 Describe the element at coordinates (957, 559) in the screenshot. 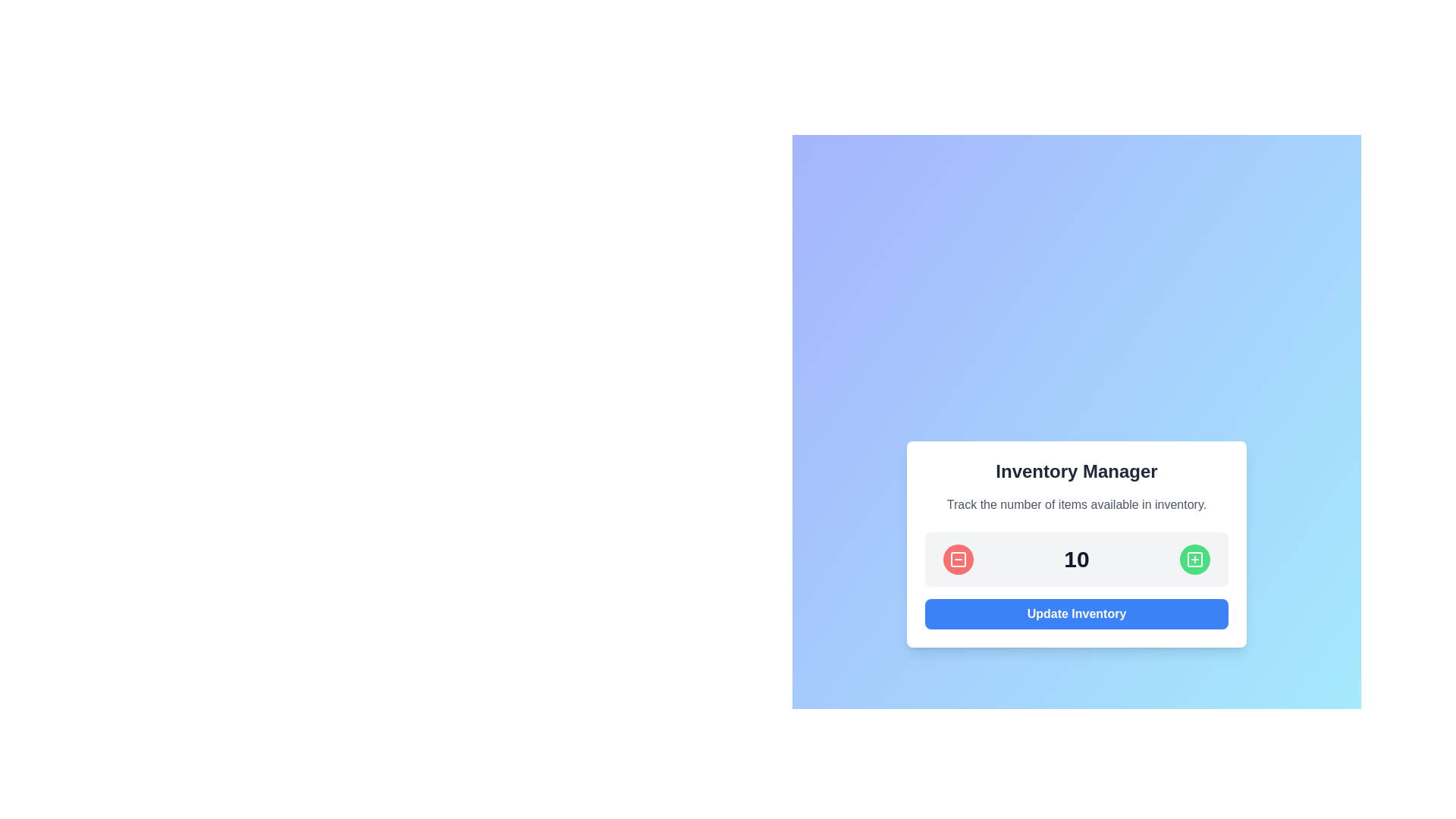

I see `the decrement button located on the left side of the rectangular section beneath the text 'Track the number of items available in inventory'` at that location.